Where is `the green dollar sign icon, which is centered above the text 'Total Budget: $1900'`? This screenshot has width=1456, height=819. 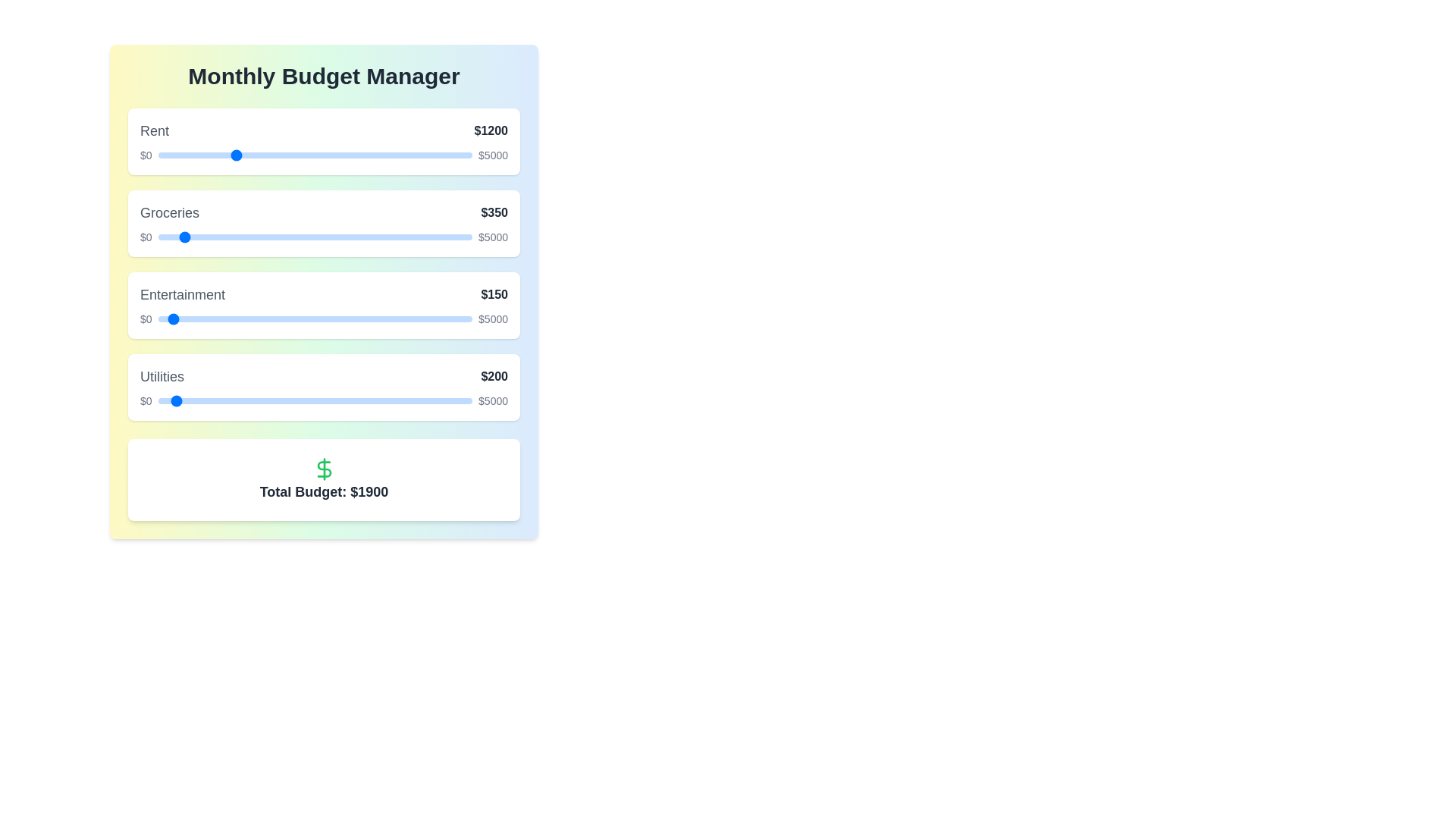
the green dollar sign icon, which is centered above the text 'Total Budget: $1900' is located at coordinates (323, 468).